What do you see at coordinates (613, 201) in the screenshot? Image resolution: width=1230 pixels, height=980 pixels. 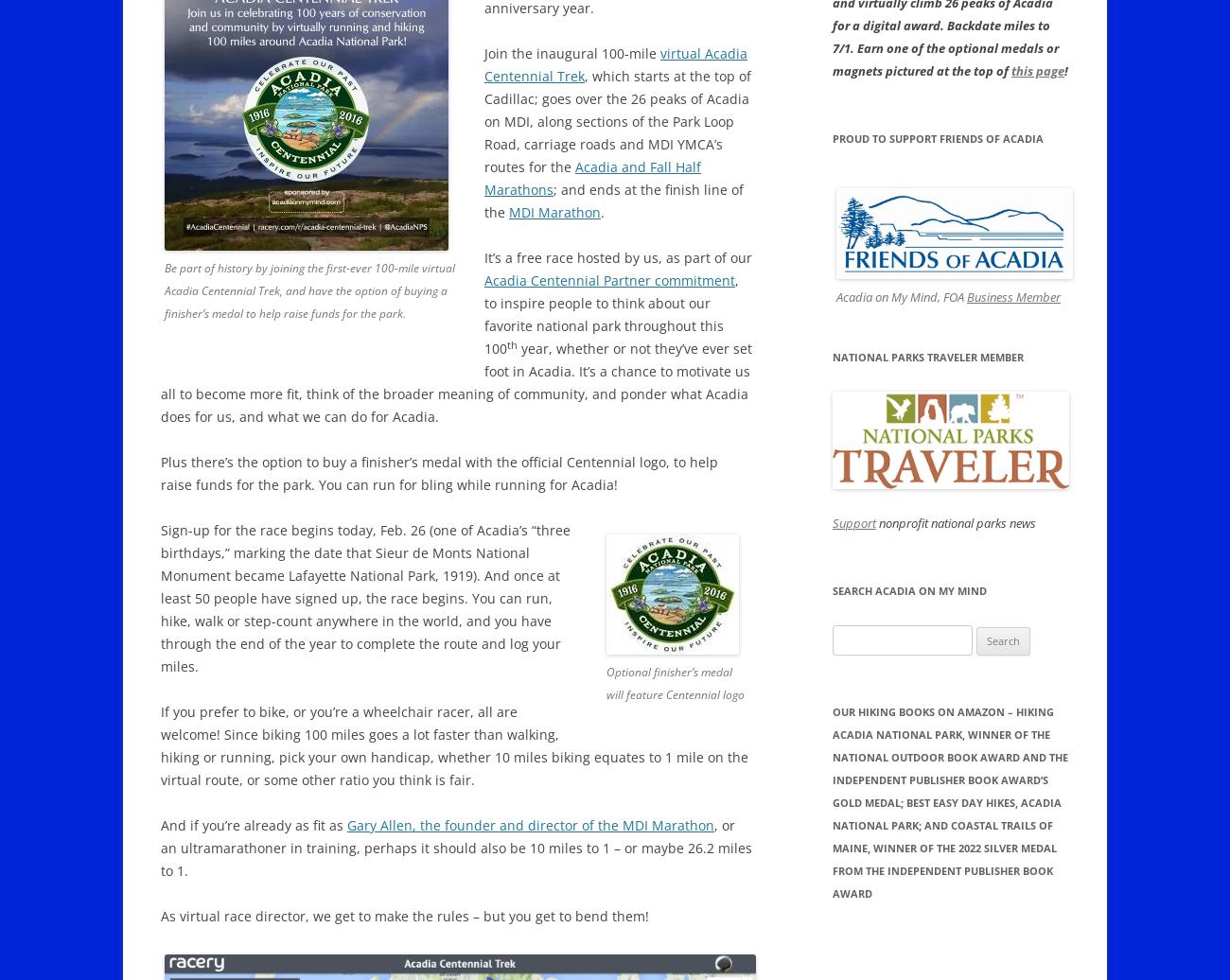 I see `'; and ends at the finish line of the'` at bounding box center [613, 201].